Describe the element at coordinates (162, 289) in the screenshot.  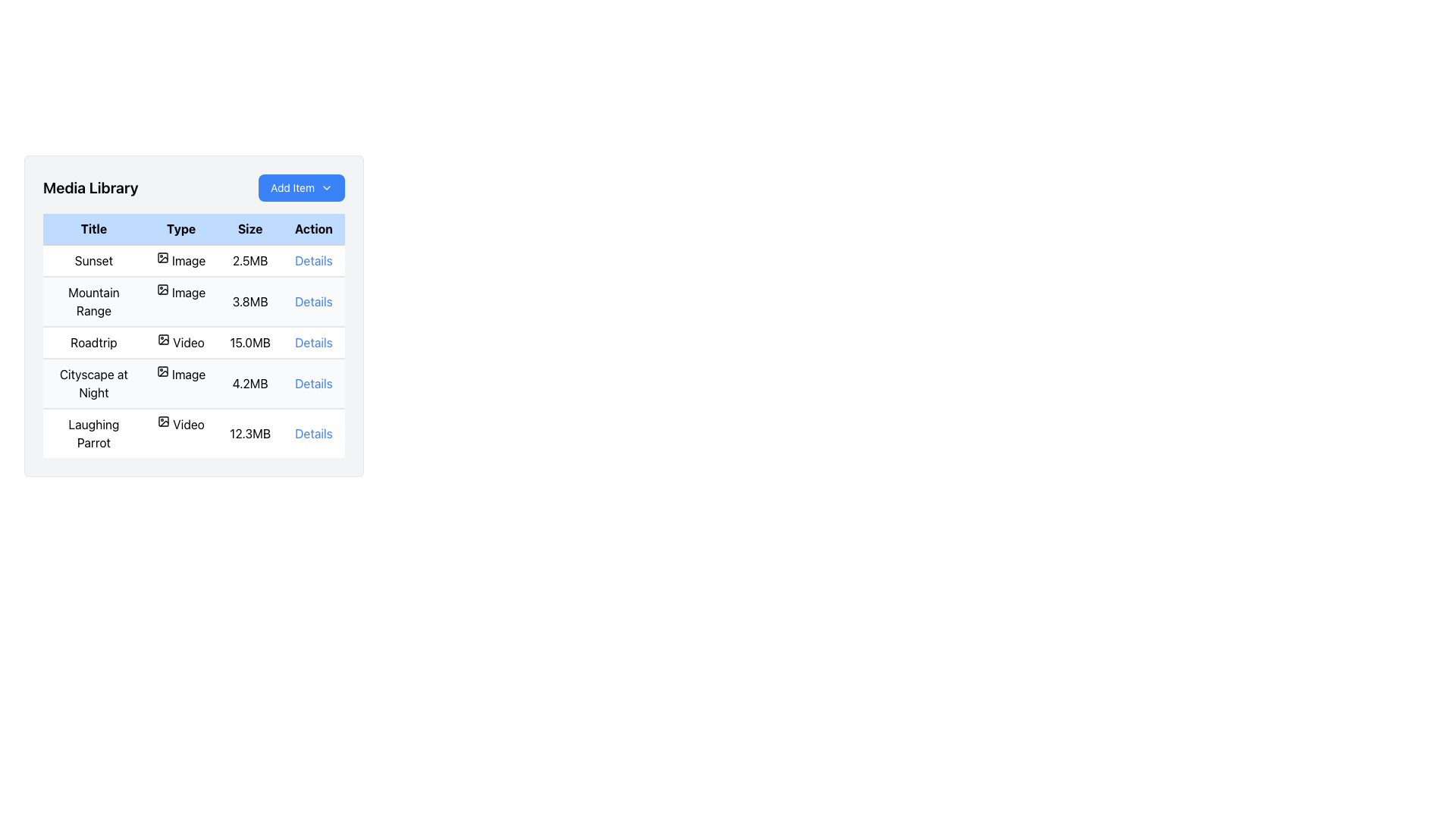
I see `the media icon indicating the type of media for the 'Mountain Range' entry in the table, located under the 'Type' column of the second row` at that location.